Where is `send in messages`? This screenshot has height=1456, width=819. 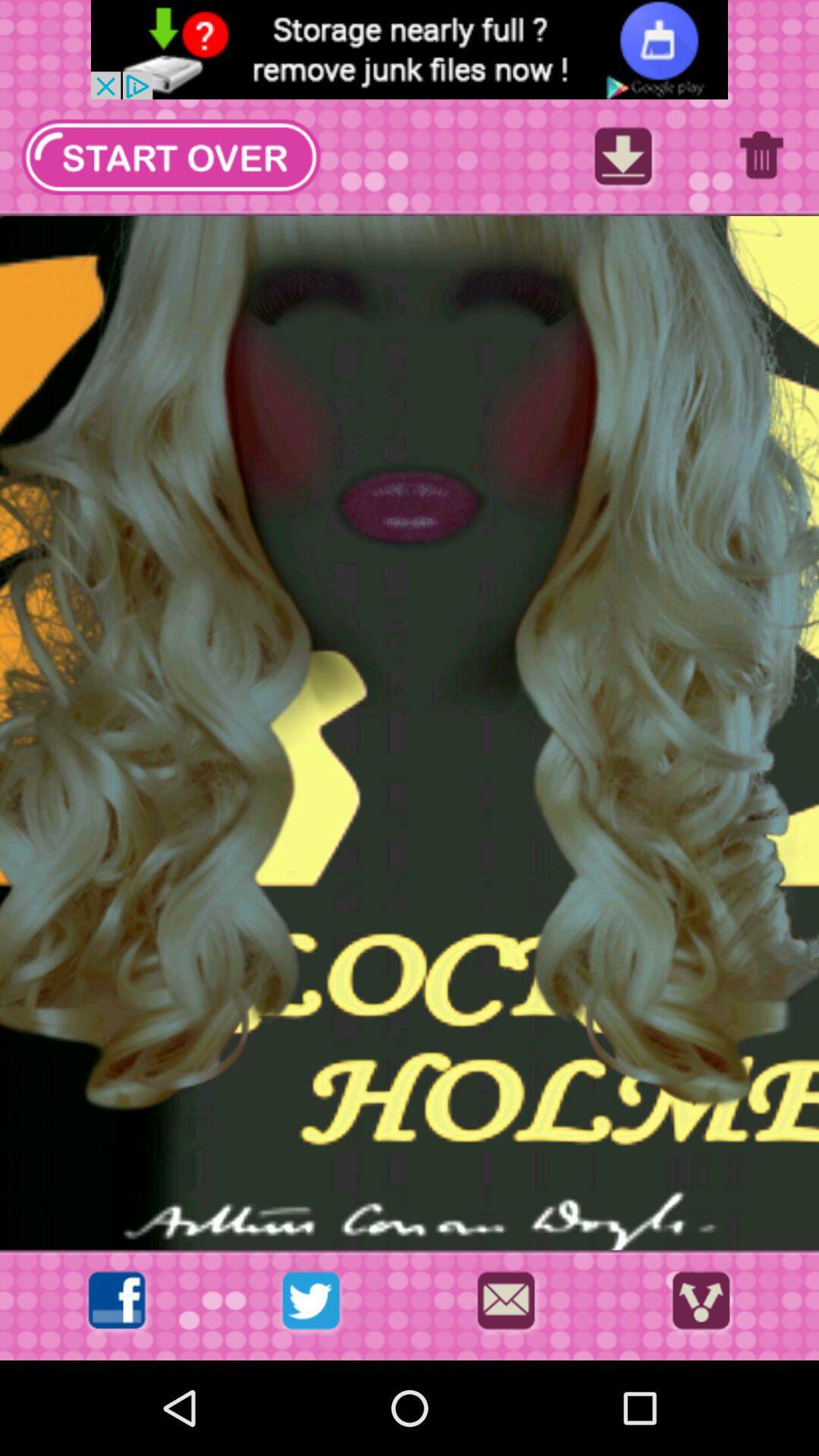 send in messages is located at coordinates (506, 1304).